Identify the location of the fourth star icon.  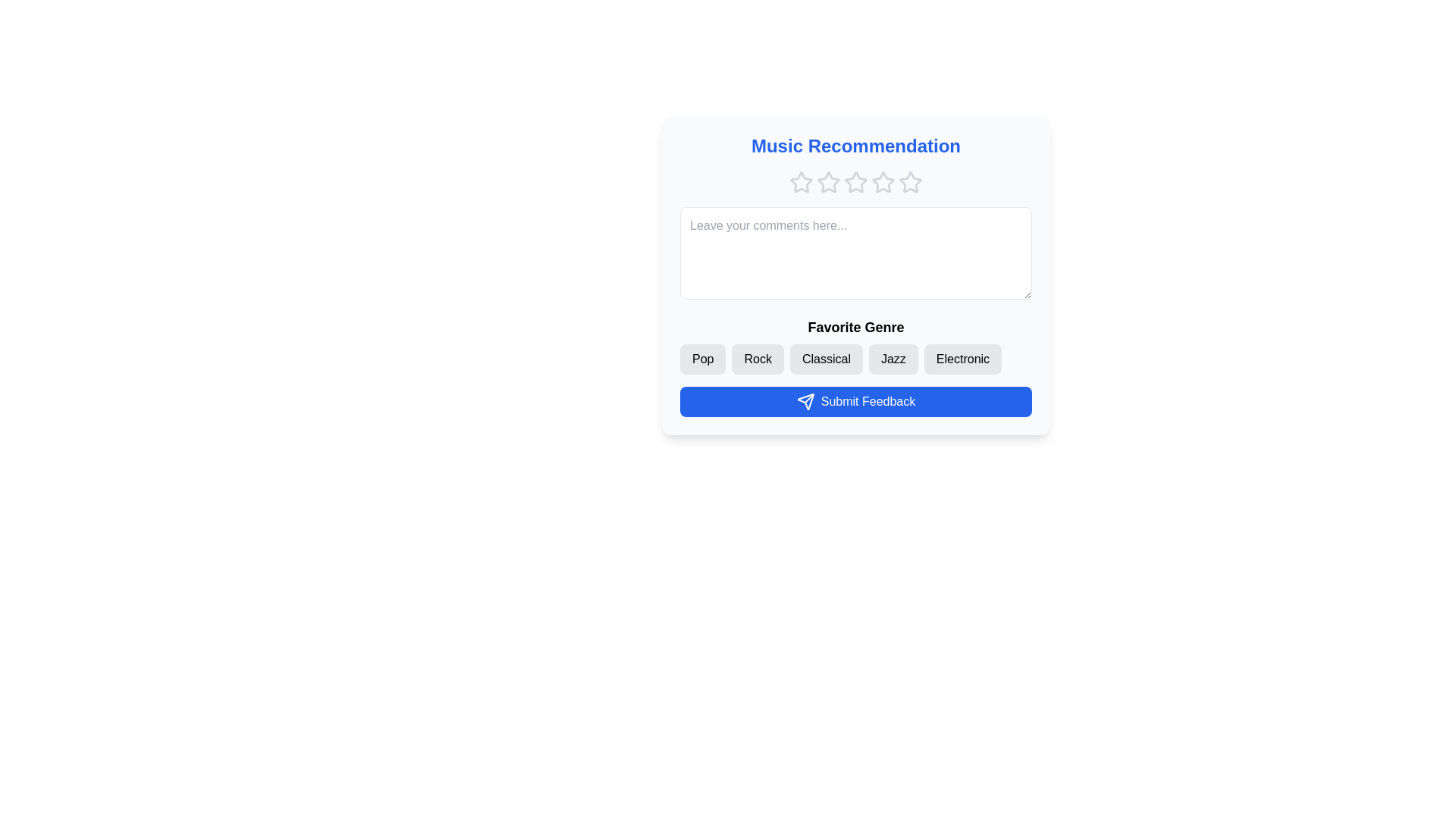
(855, 181).